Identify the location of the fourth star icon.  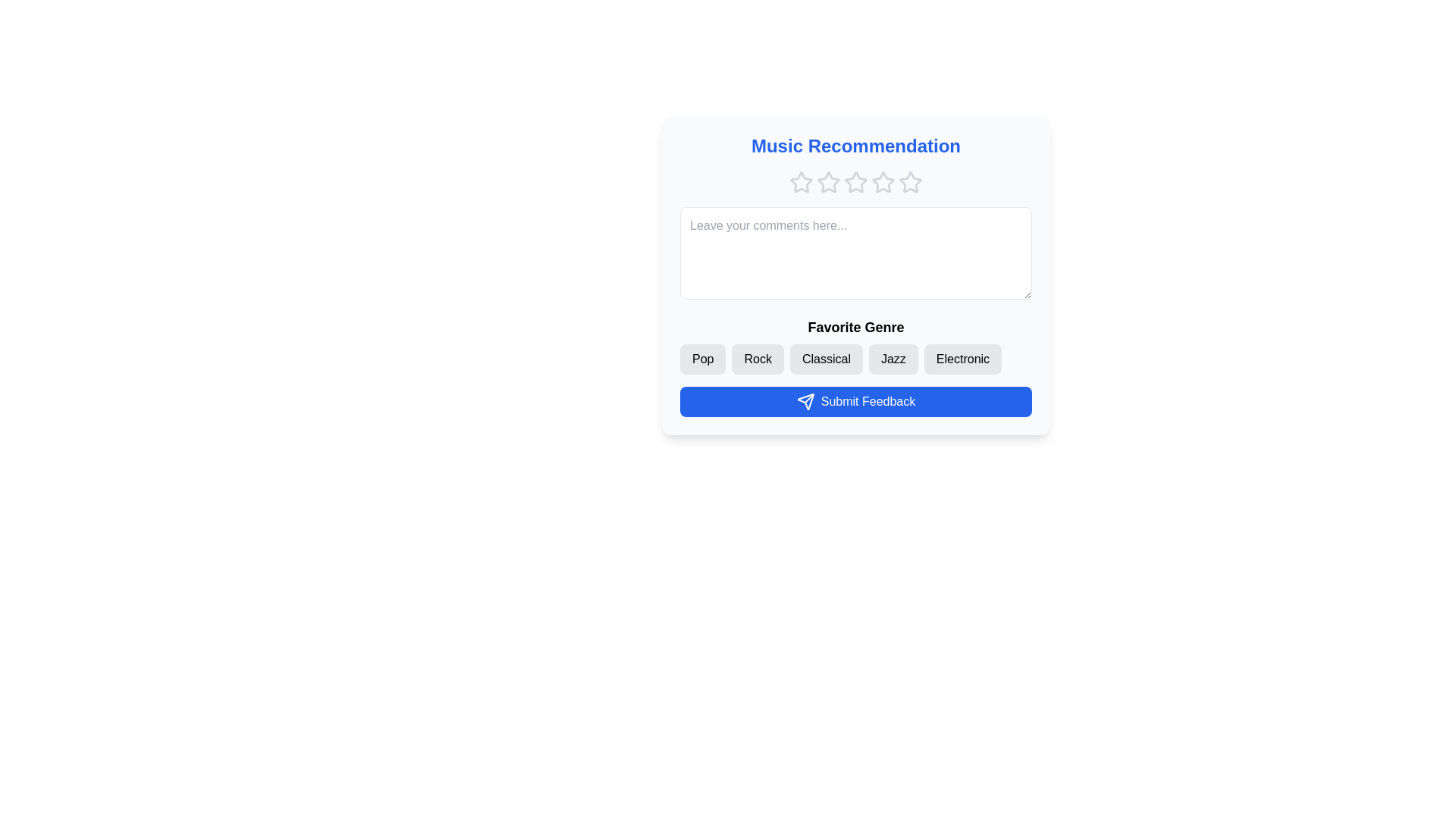
(855, 181).